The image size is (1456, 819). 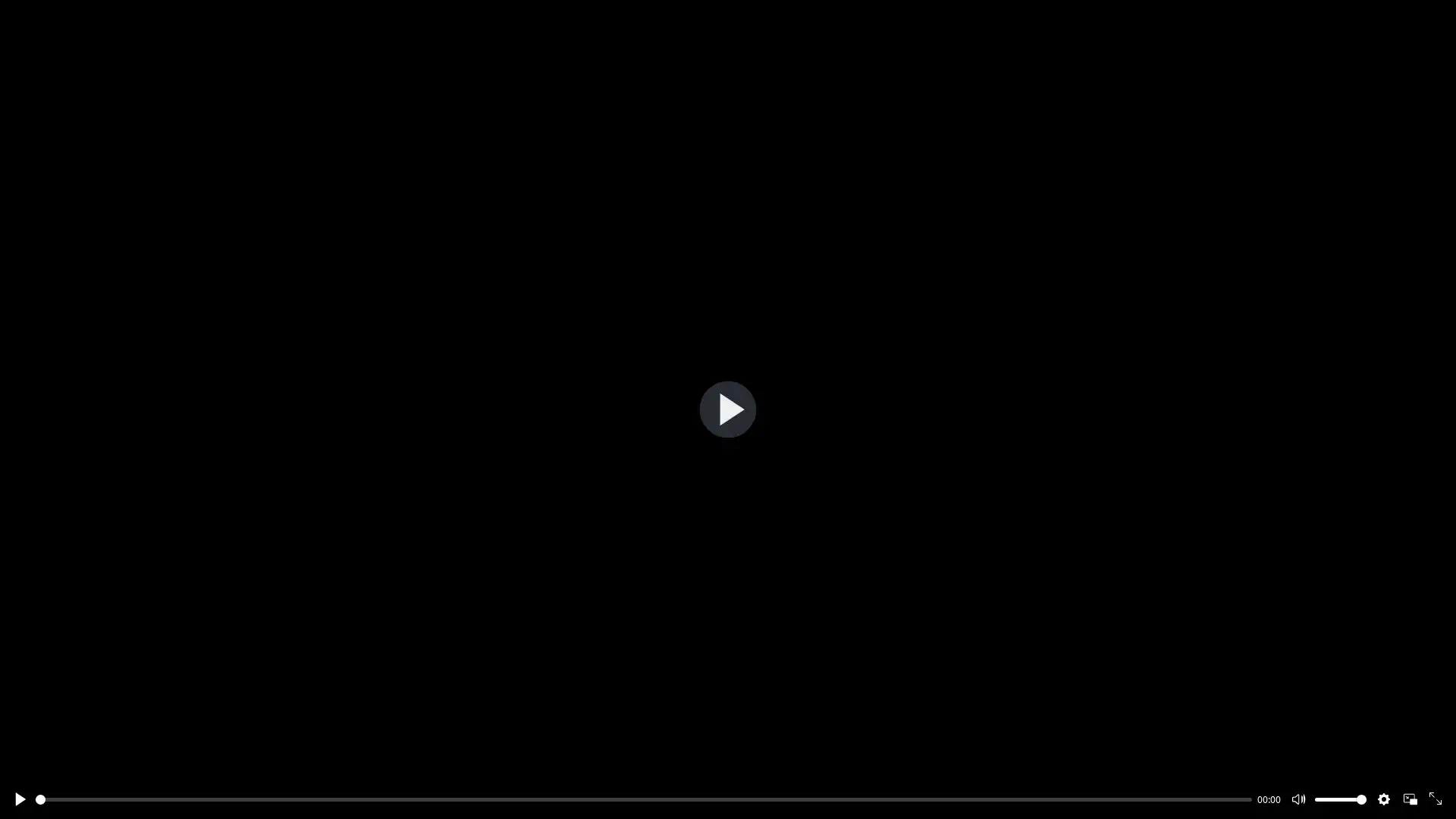 I want to click on Bild-i-bild, so click(x=1408, y=798).